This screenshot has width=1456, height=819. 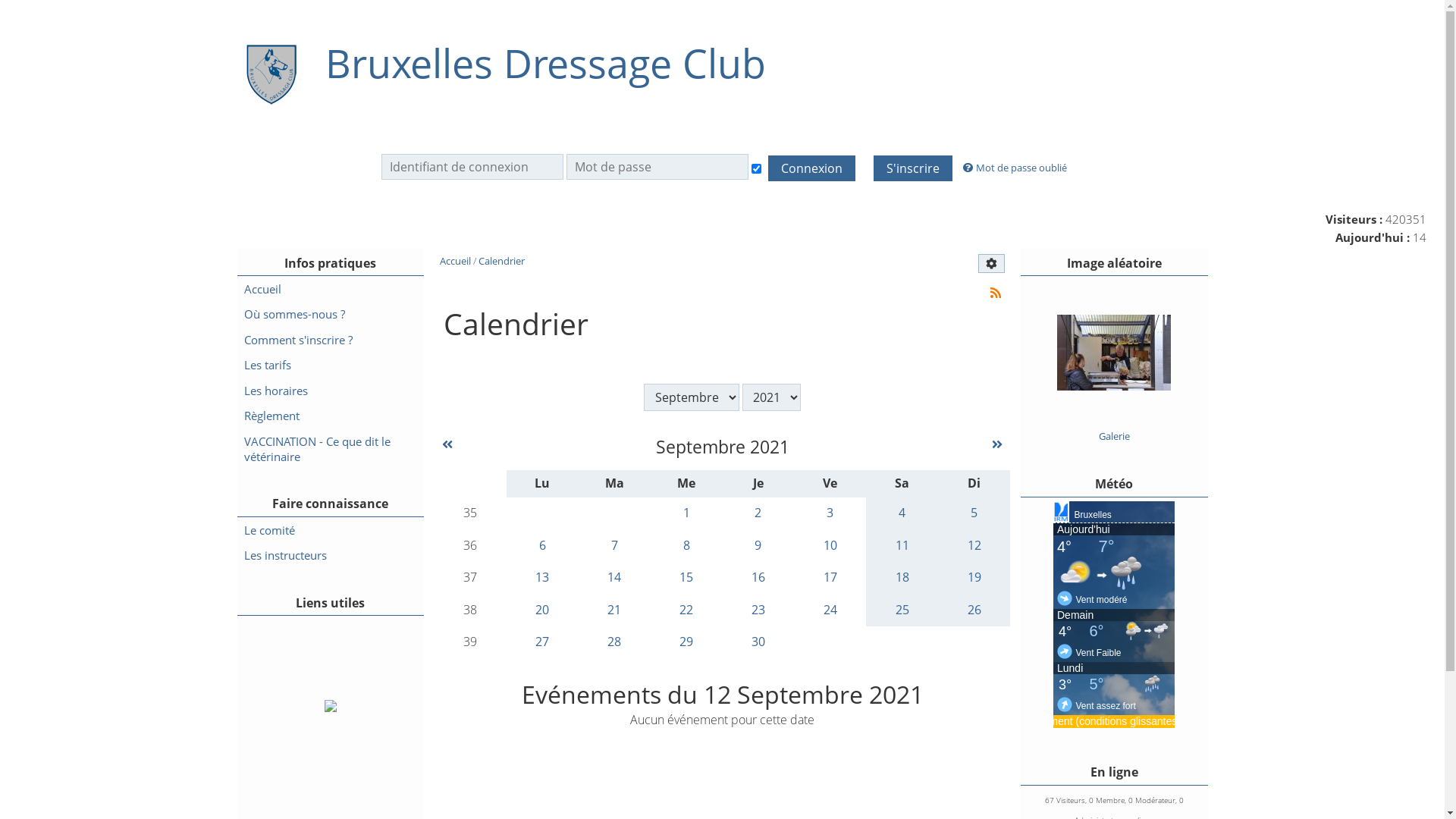 What do you see at coordinates (657, 166) in the screenshot?
I see `'Mot de passe'` at bounding box center [657, 166].